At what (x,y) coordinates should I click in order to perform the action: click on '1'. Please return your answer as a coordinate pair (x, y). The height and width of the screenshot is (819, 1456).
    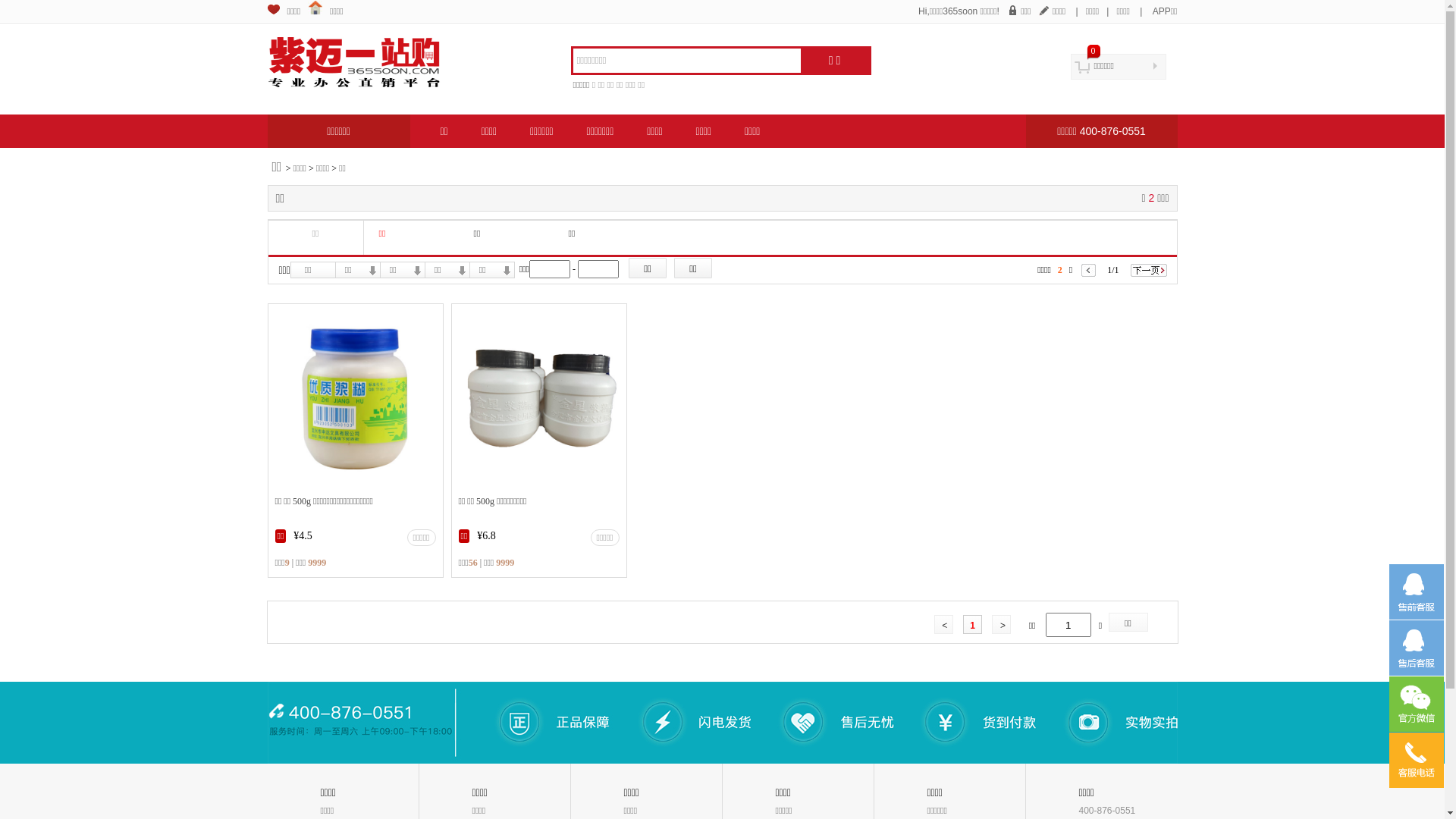
    Looking at the image, I should click on (972, 623).